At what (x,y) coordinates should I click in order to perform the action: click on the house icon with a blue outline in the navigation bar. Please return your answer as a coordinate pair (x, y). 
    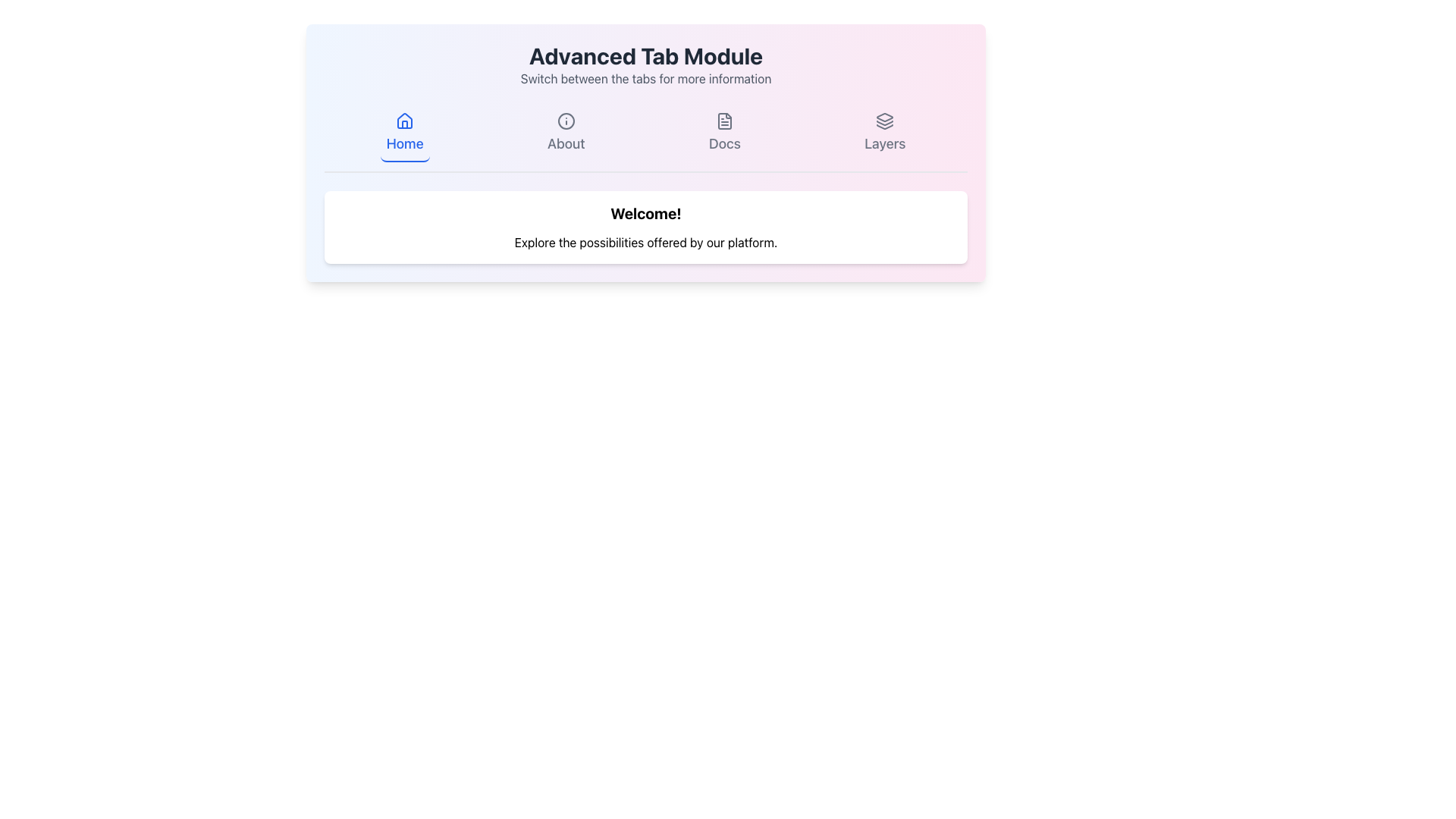
    Looking at the image, I should click on (405, 120).